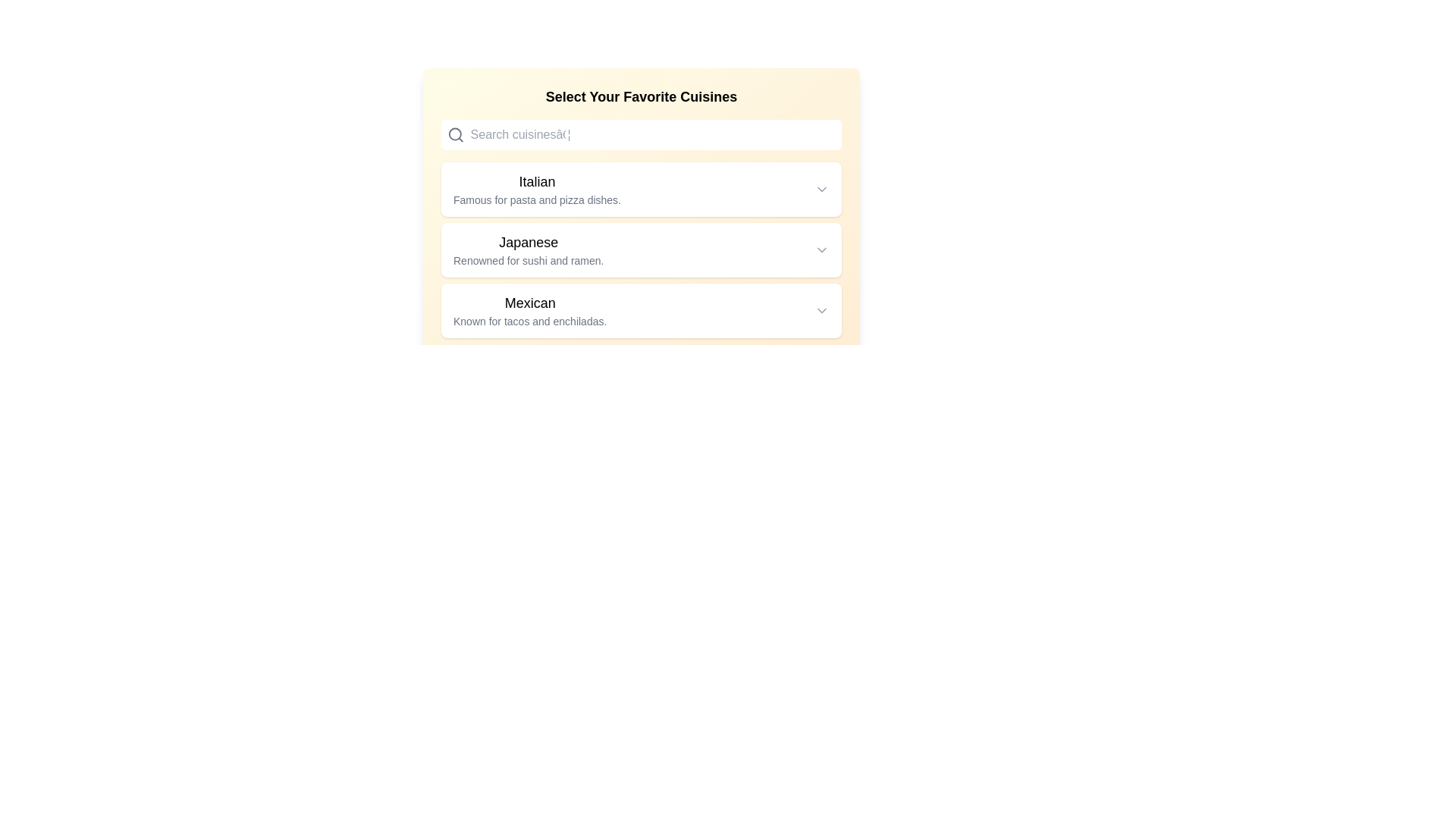  I want to click on the Chevron icon indicating expandability for the 'Japanese' list item, located at the far-right side of the box labeled 'Japanese', so click(821, 249).